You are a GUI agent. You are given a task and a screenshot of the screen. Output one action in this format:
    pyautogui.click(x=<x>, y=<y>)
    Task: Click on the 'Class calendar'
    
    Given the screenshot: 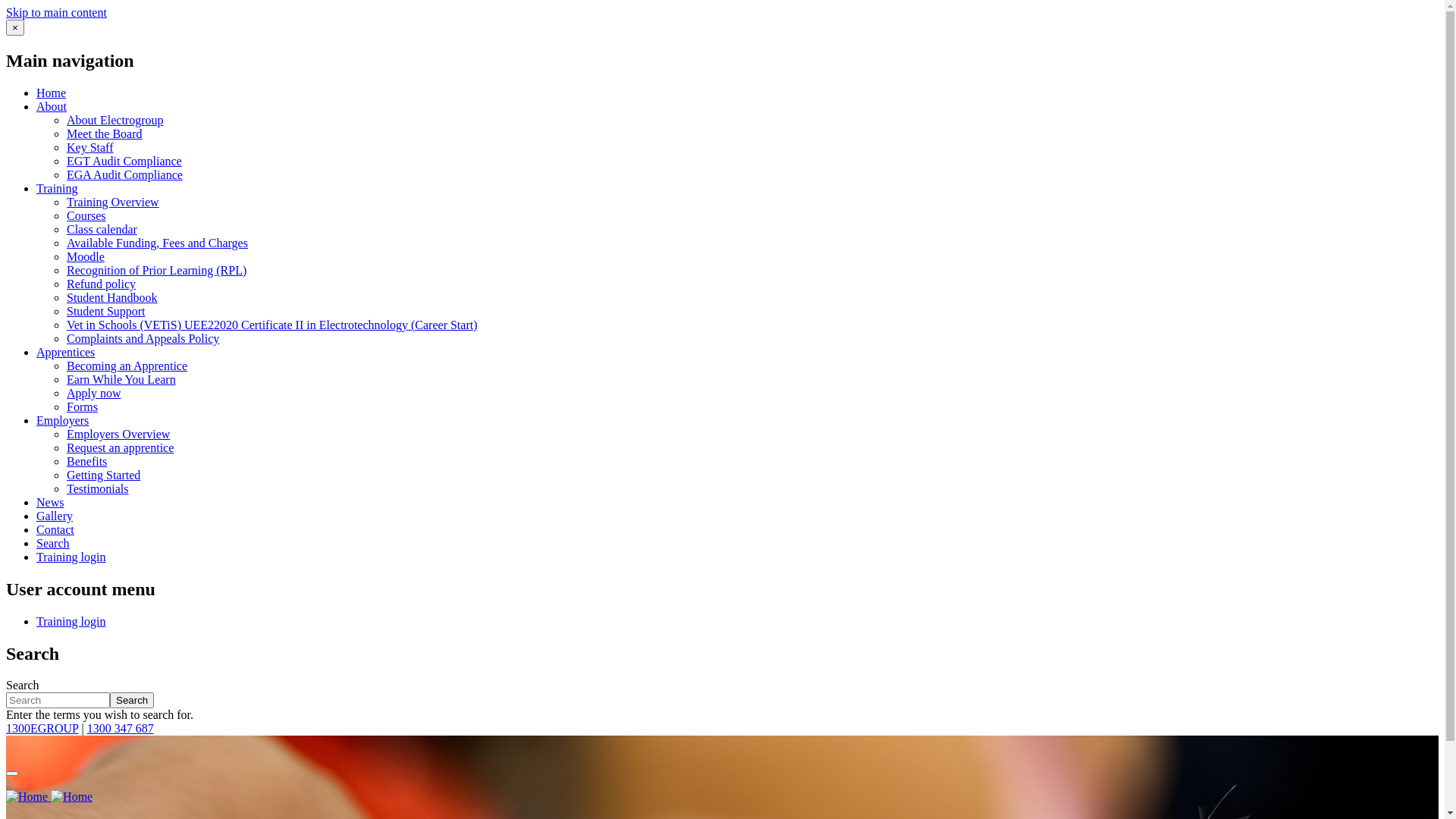 What is the action you would take?
    pyautogui.click(x=101, y=229)
    